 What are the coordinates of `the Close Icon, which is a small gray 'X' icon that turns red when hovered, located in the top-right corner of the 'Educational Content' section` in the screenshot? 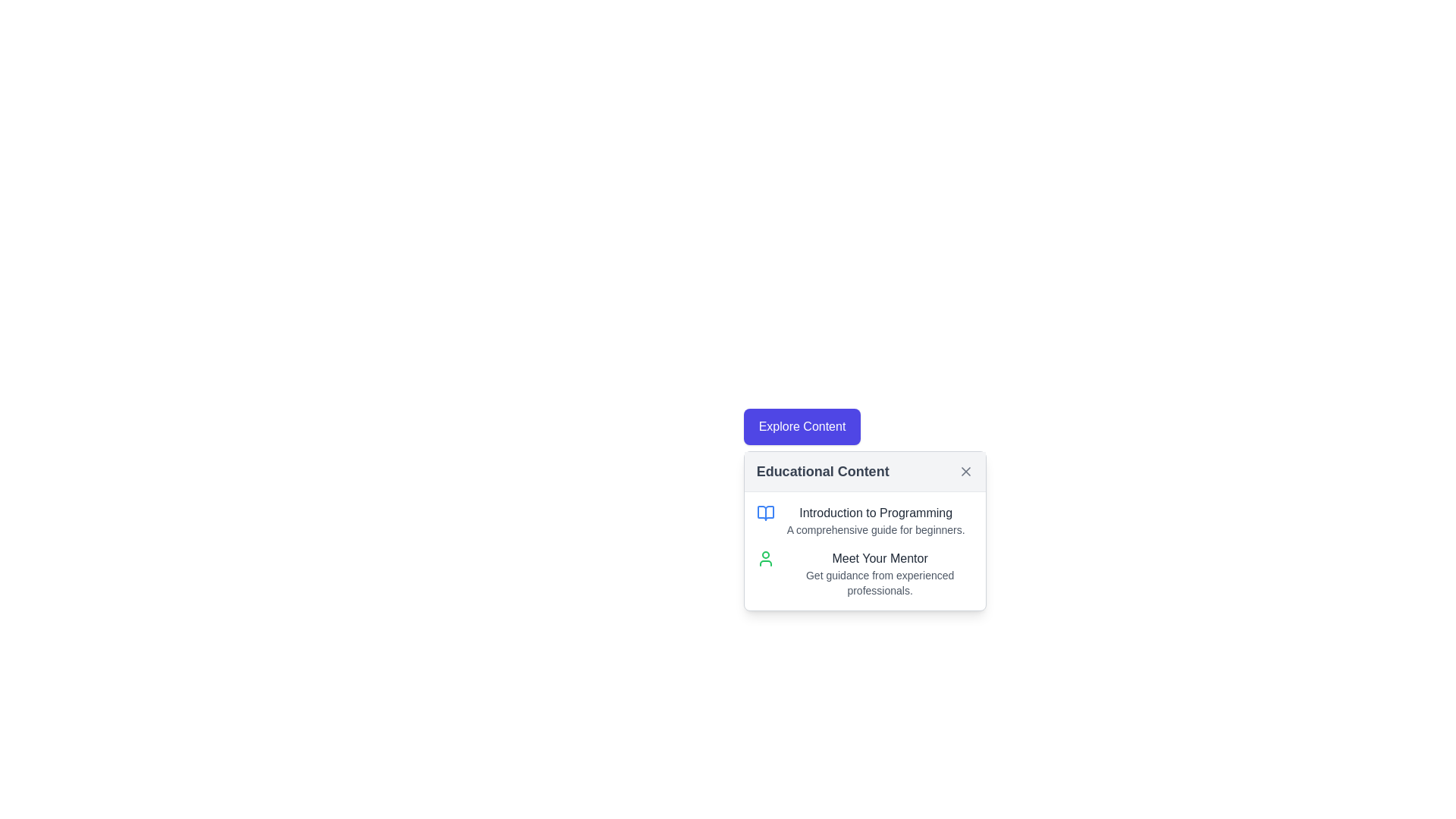 It's located at (965, 470).